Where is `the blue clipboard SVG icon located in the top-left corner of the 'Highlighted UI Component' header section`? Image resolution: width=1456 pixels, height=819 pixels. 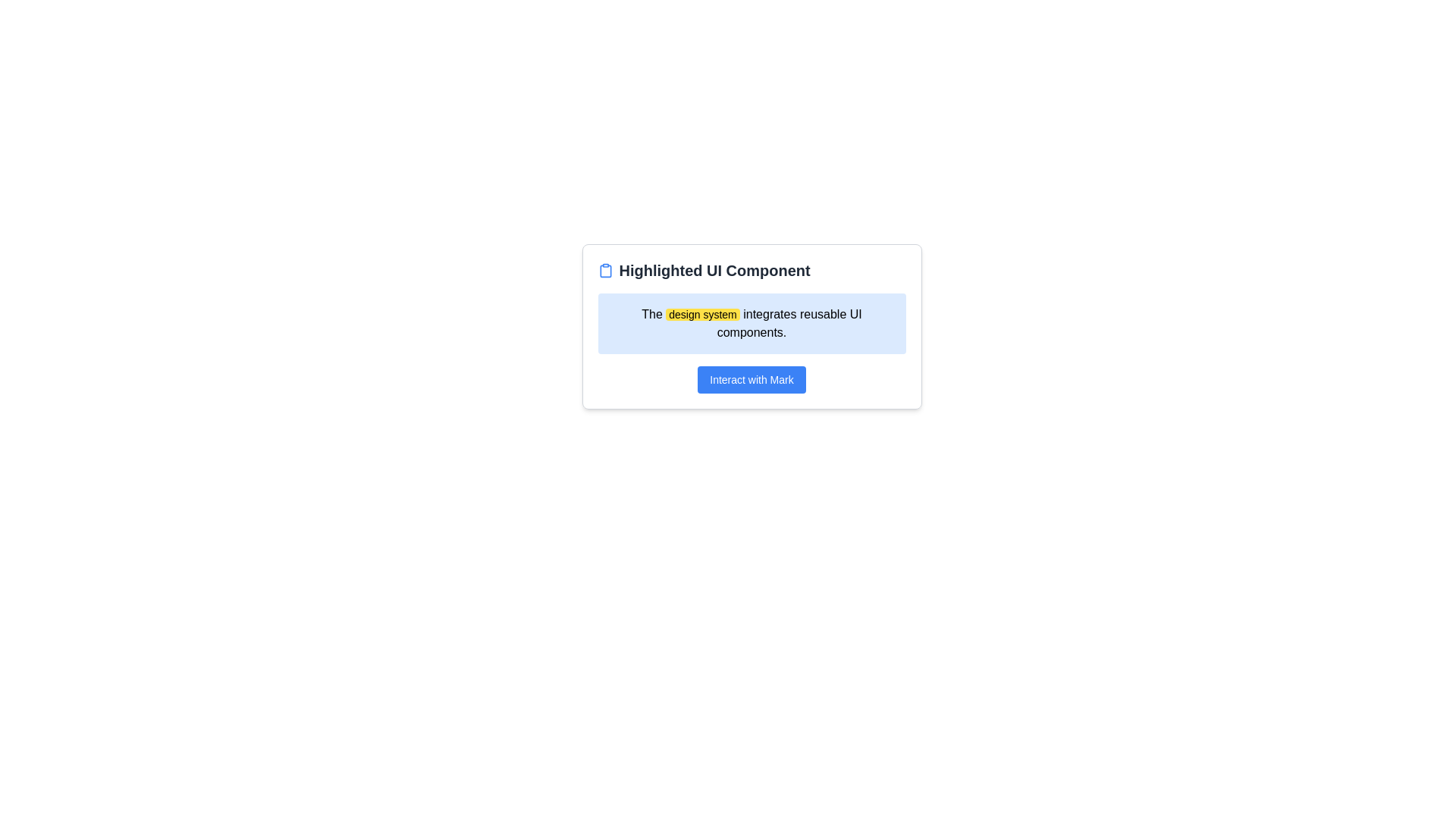 the blue clipboard SVG icon located in the top-left corner of the 'Highlighted UI Component' header section is located at coordinates (604, 270).